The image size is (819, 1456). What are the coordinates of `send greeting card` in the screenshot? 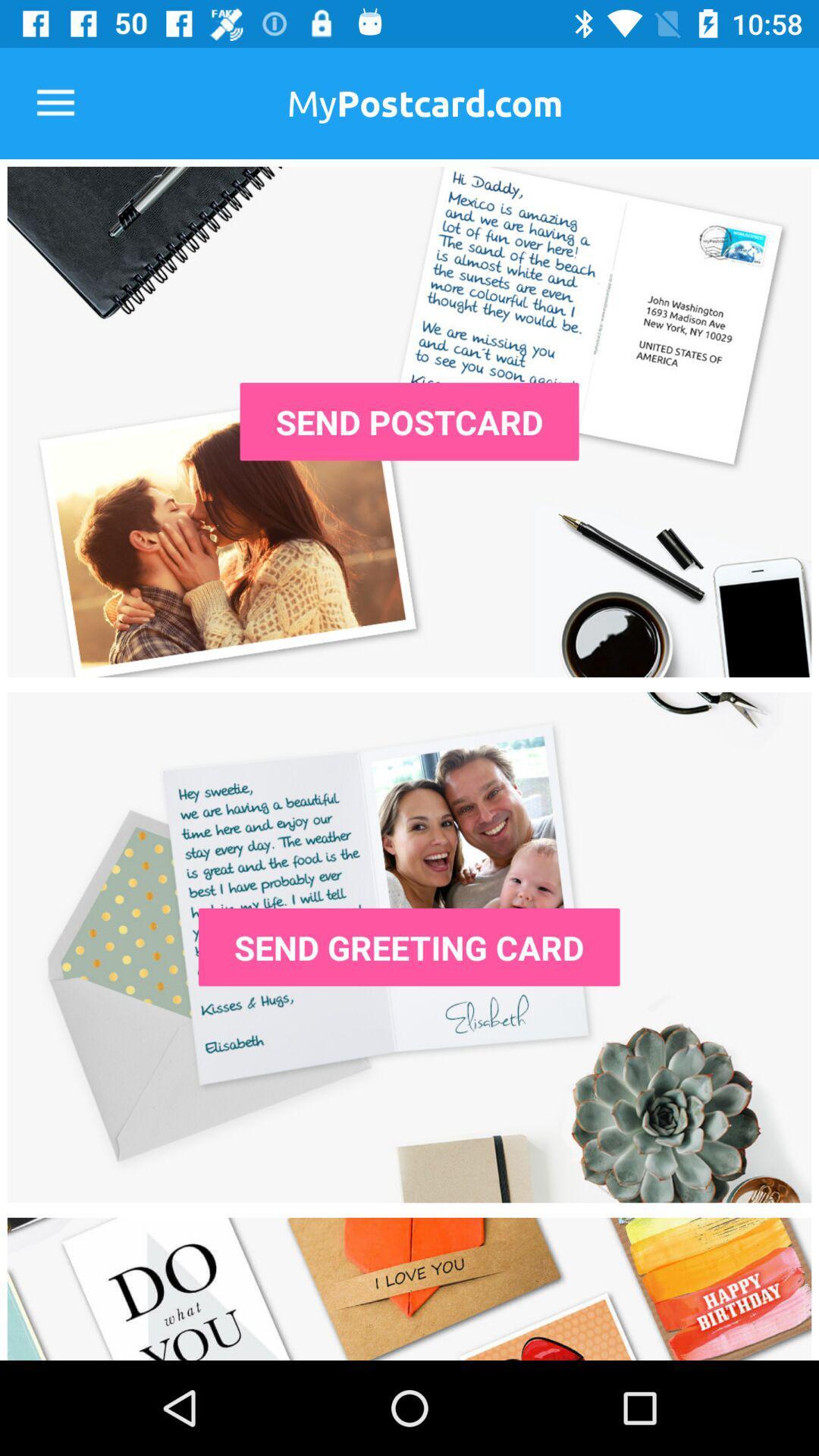 It's located at (409, 946).